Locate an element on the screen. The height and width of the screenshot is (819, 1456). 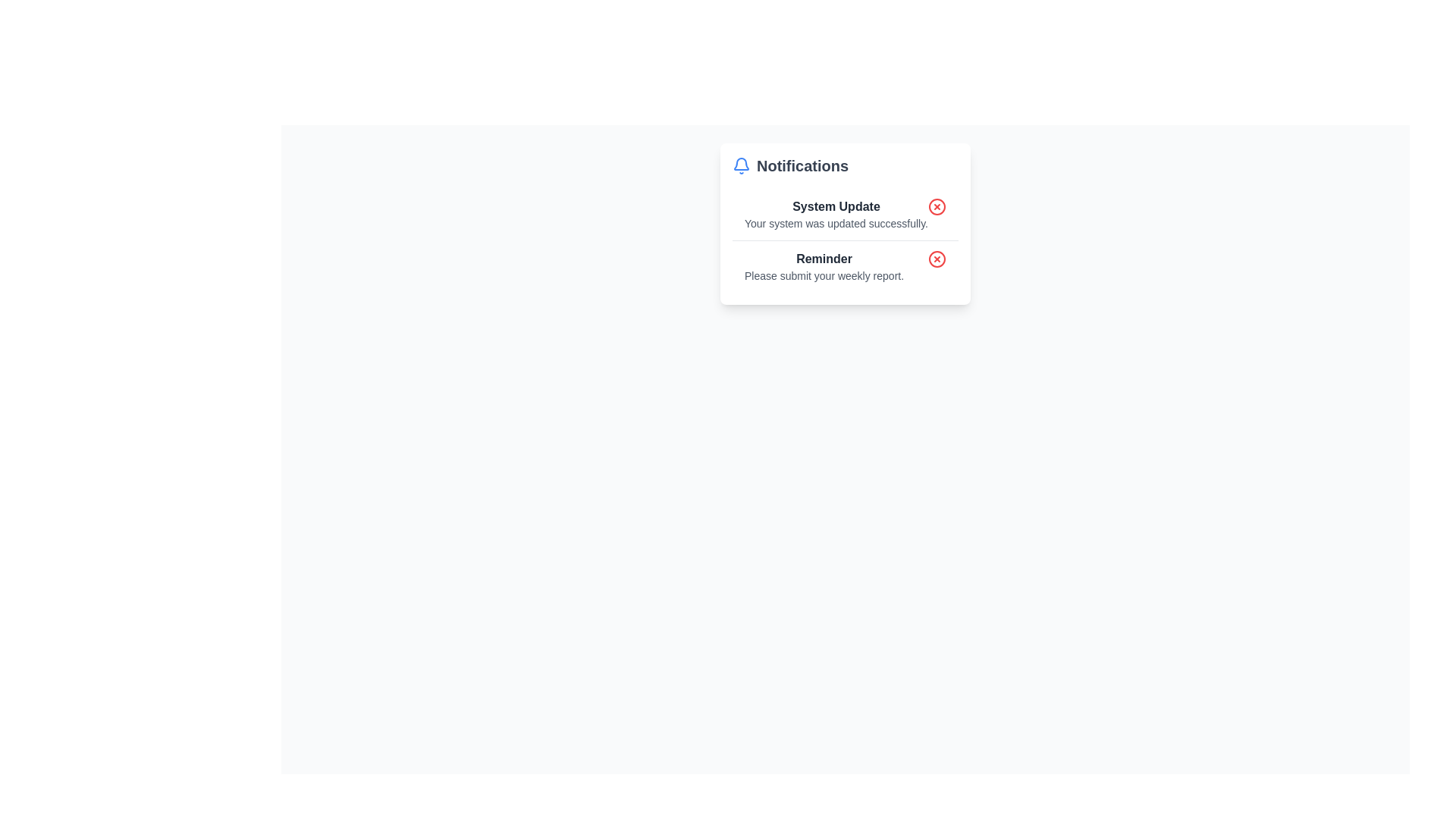
the 'Notifications' text label that is bold, large, gray, and located at the top left corner of the notification card, next to the blue notification bell icon is located at coordinates (789, 166).